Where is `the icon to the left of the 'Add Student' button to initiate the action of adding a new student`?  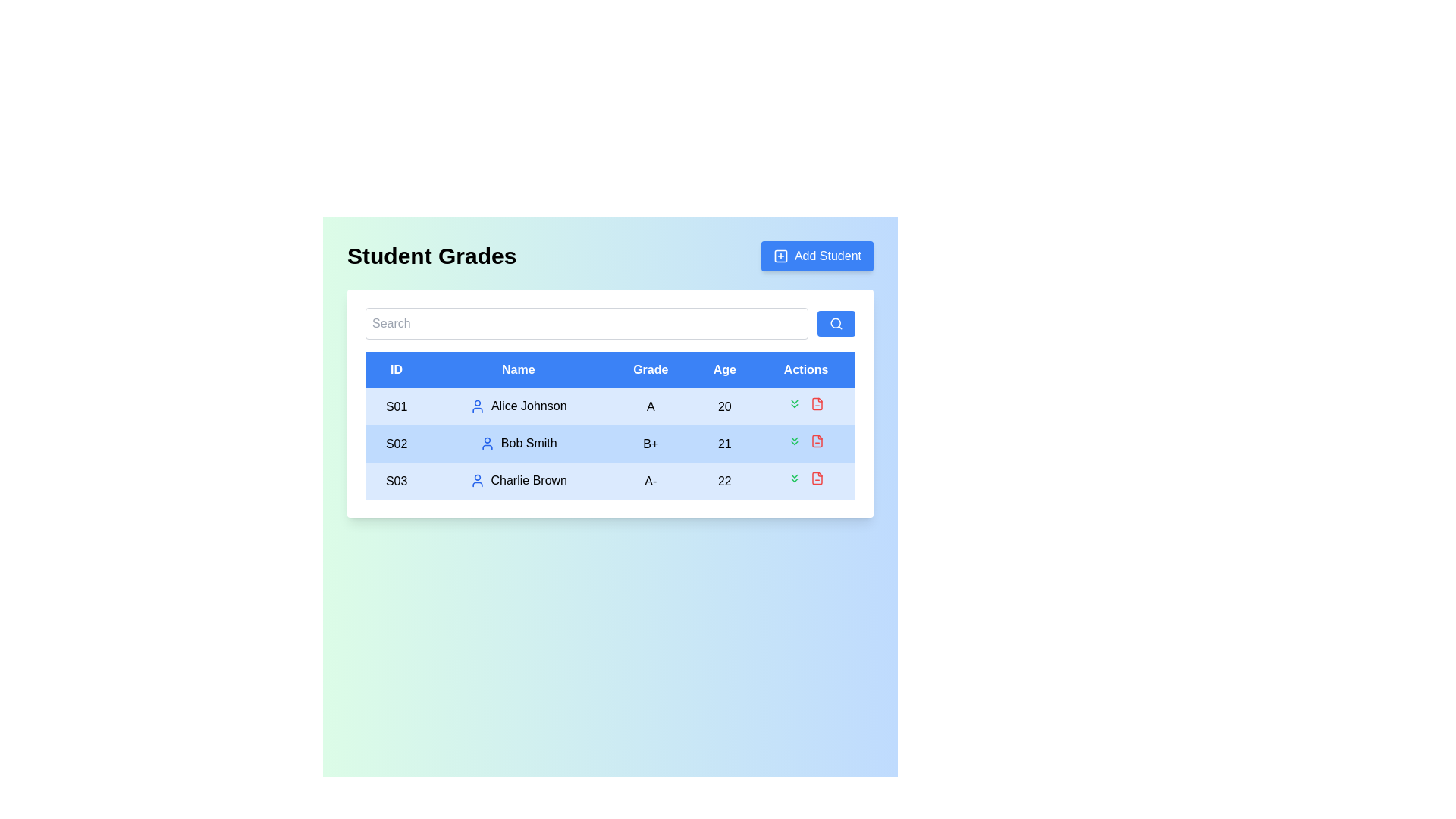
the icon to the left of the 'Add Student' button to initiate the action of adding a new student is located at coordinates (780, 256).